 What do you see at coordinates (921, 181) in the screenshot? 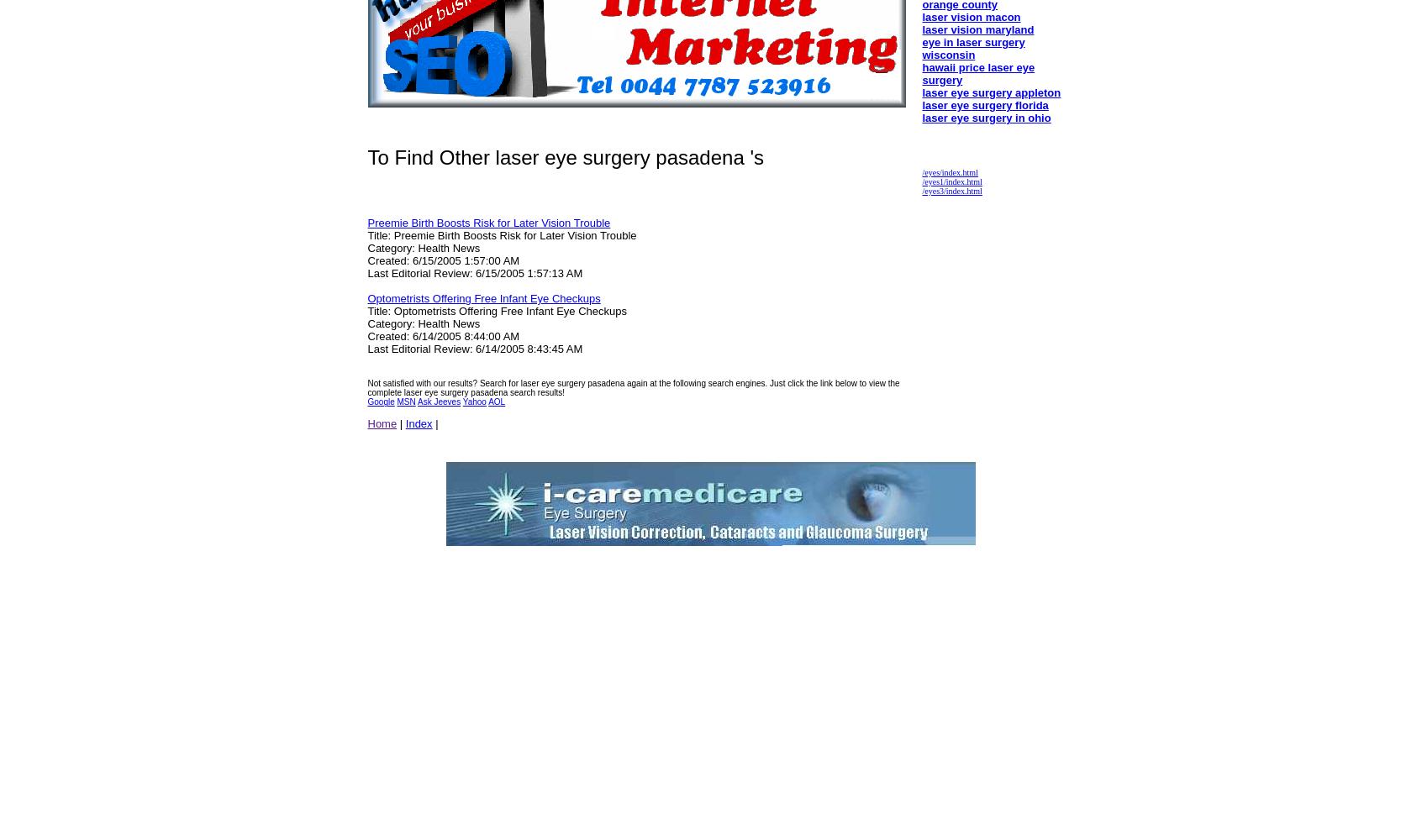
I see `'/eyes1/index.html'` at bounding box center [921, 181].